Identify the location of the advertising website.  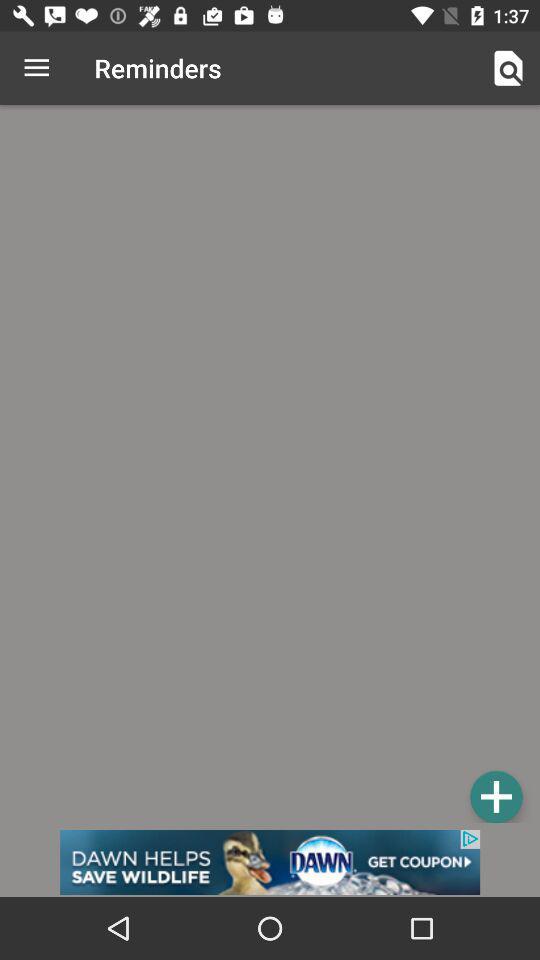
(270, 861).